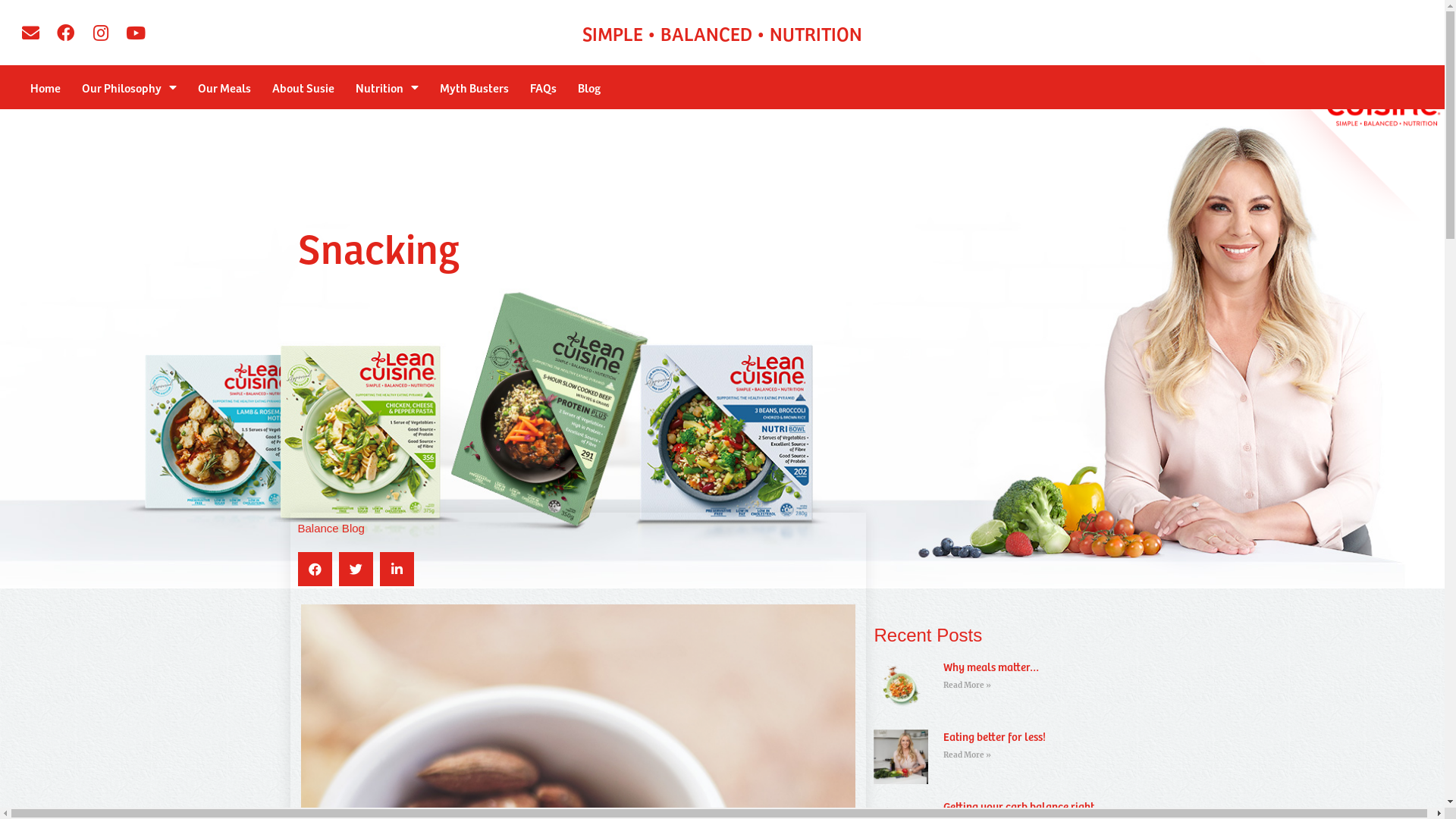 The height and width of the screenshot is (819, 1456). Describe the element at coordinates (387, 87) in the screenshot. I see `'Nutrition'` at that location.